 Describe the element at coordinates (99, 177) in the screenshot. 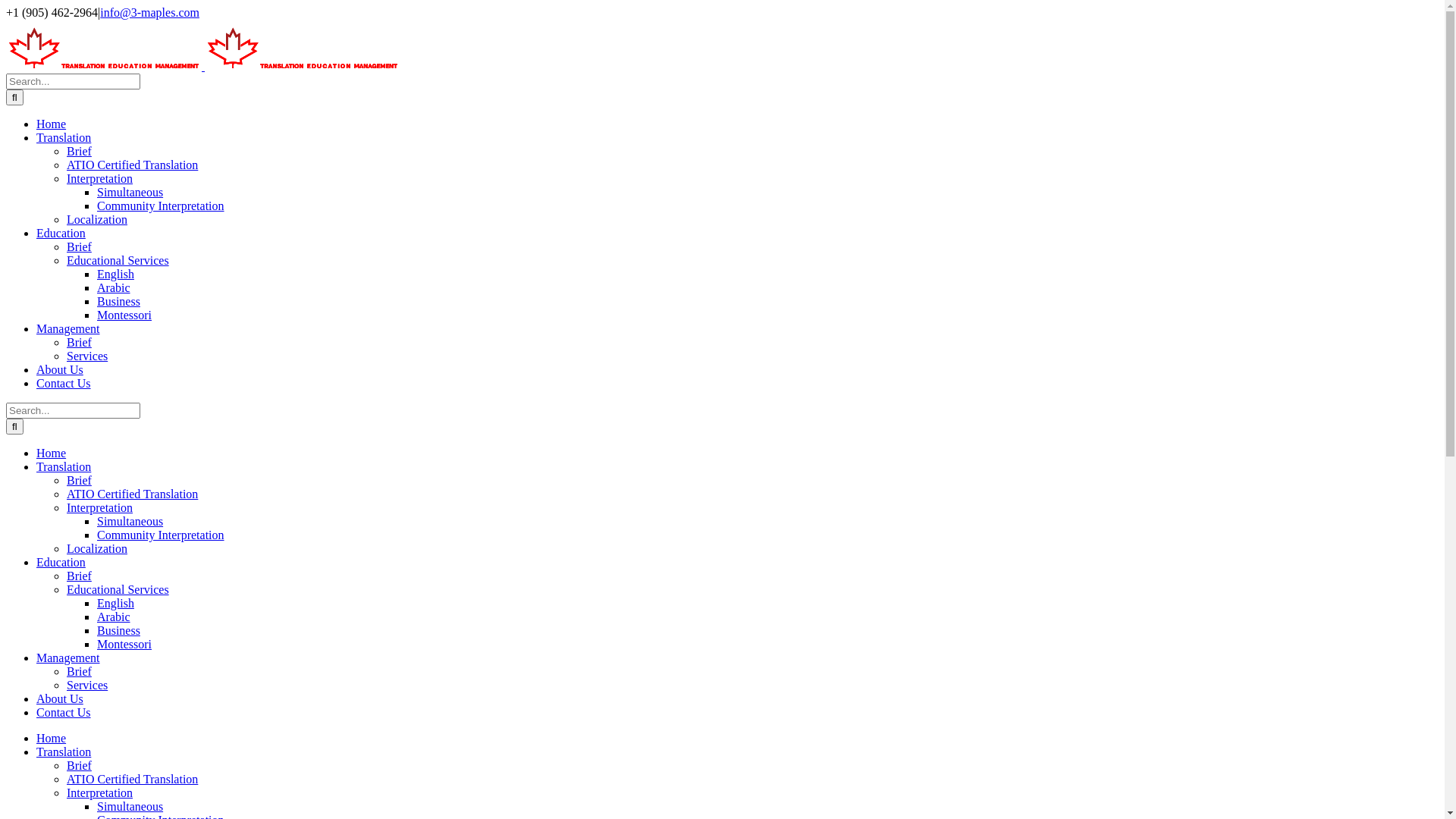

I see `'Interpretation'` at that location.